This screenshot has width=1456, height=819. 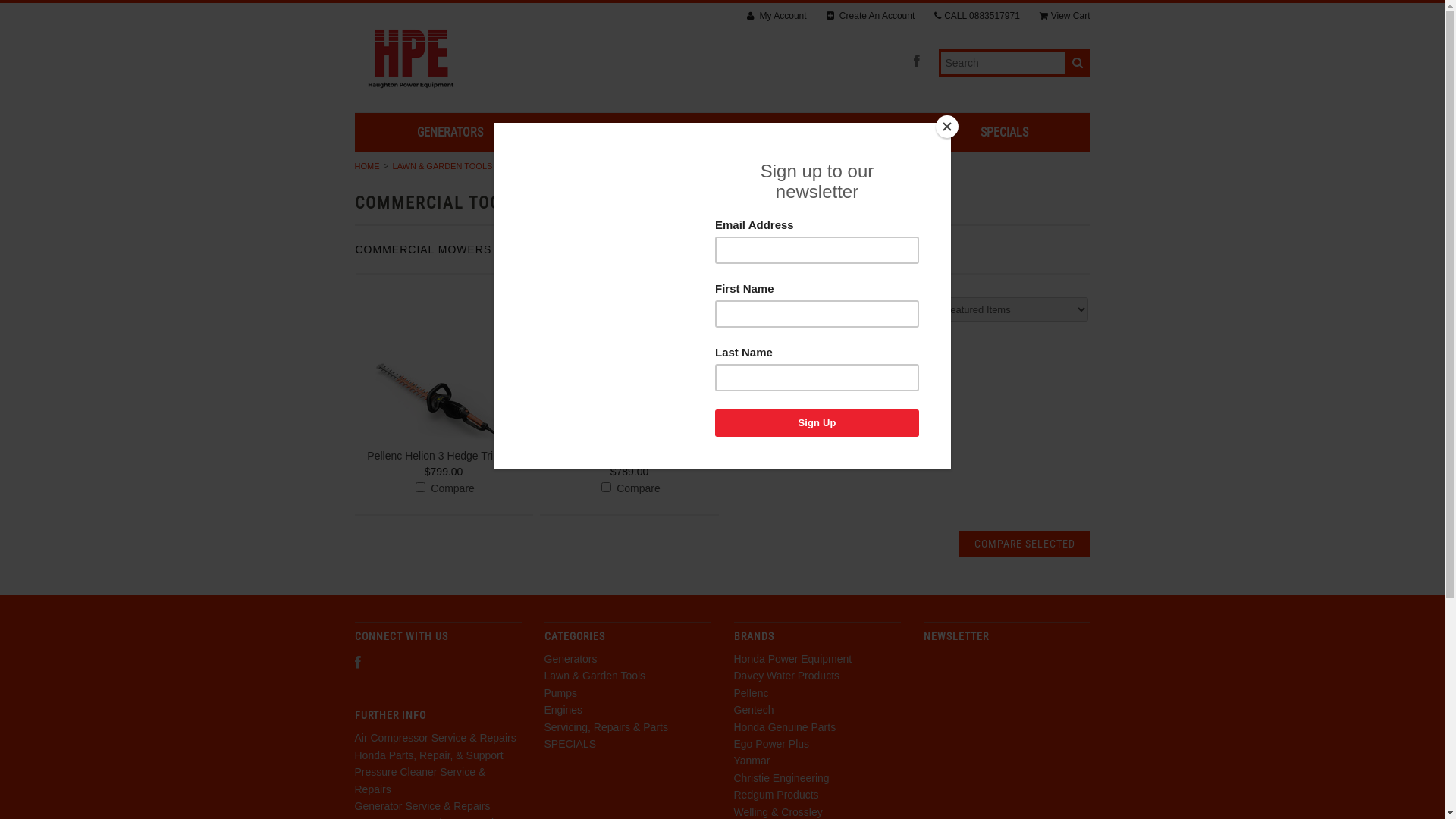 What do you see at coordinates (877, 131) in the screenshot?
I see `'SERVICING, REPAIRS & PARTS'` at bounding box center [877, 131].